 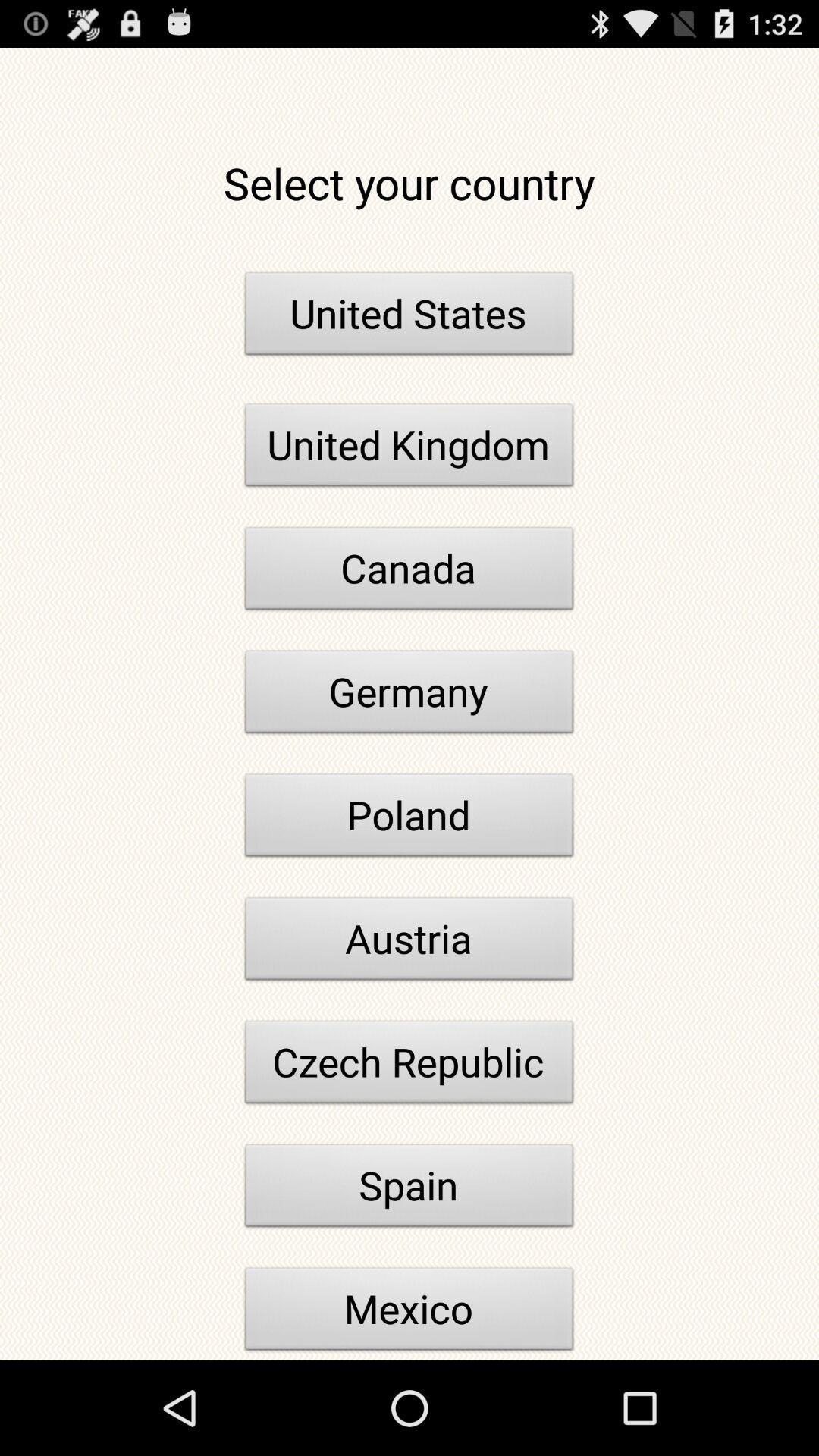 I want to click on canada item, so click(x=409, y=572).